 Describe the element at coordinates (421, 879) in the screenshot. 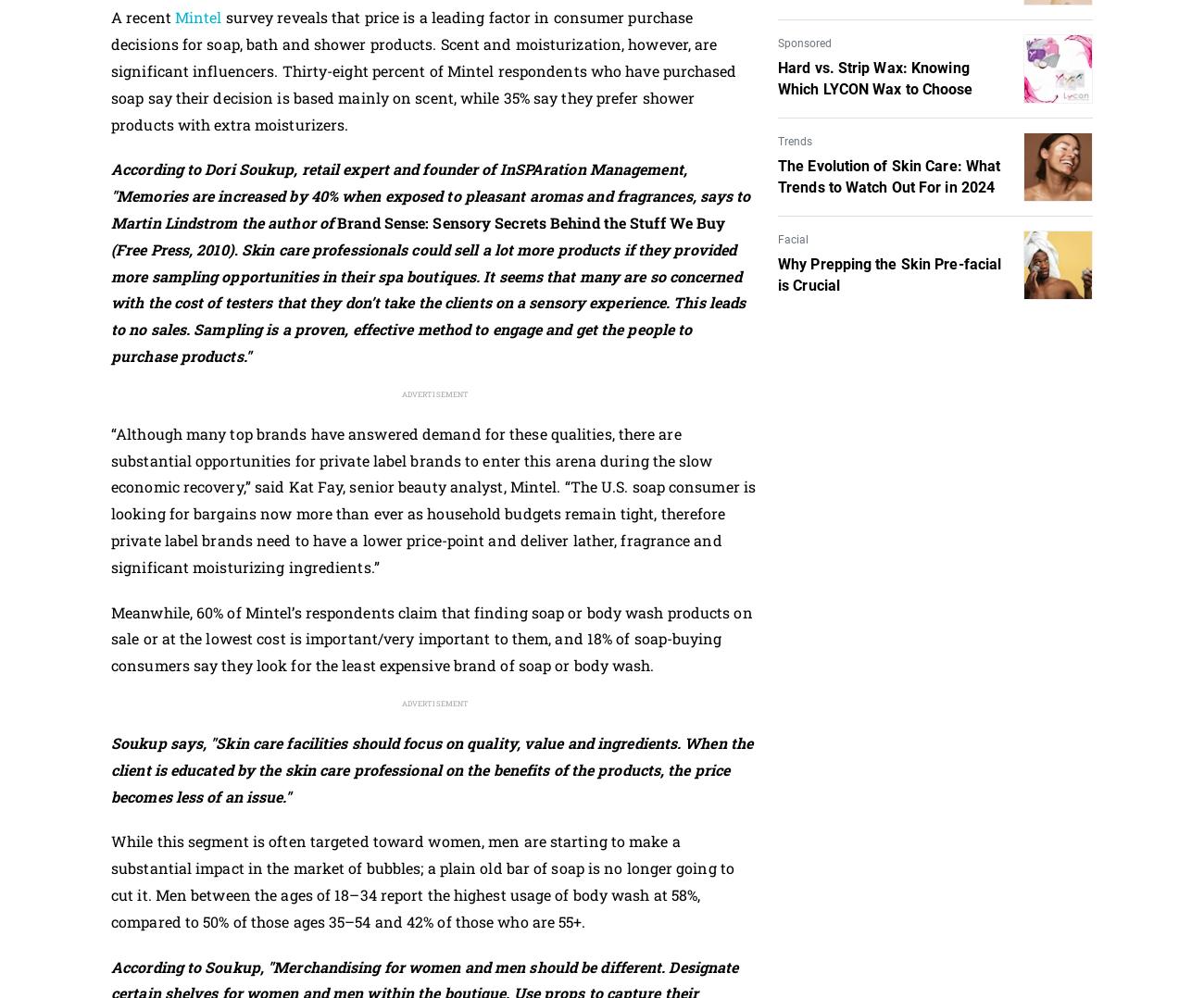

I see `'While this segment is often targeted toward women, men are starting to make a substantial impact in the market of bubbles; a plain old bar of soap is no longer going to cut it. Men between the ages of 18–34 report the highest usage of body wash at 58%, compared to 50% of those ages 35–54 and 42% of those who are 55+.'` at that location.